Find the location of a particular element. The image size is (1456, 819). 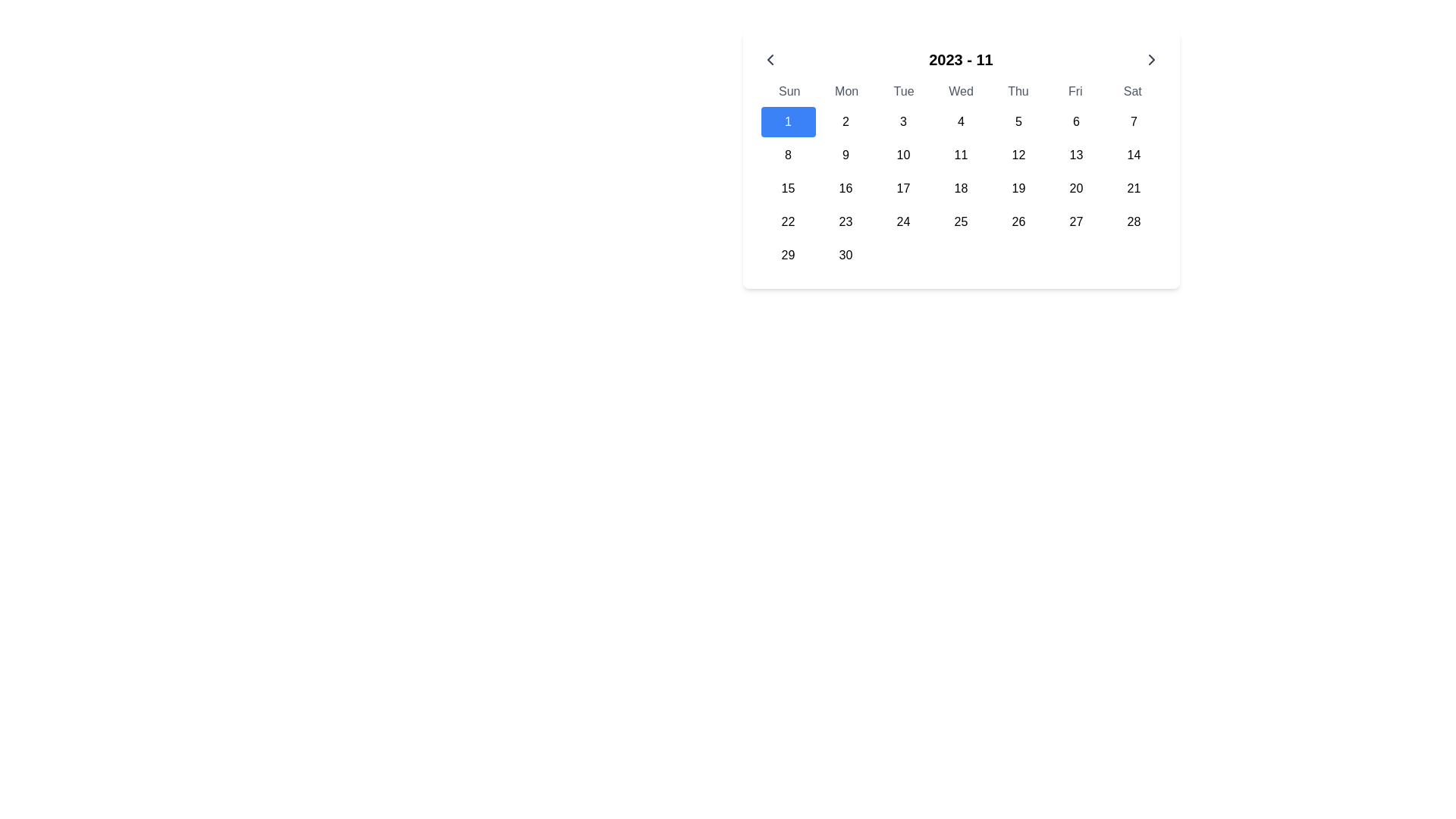

the calendar button representing the date '21' is located at coordinates (1134, 188).